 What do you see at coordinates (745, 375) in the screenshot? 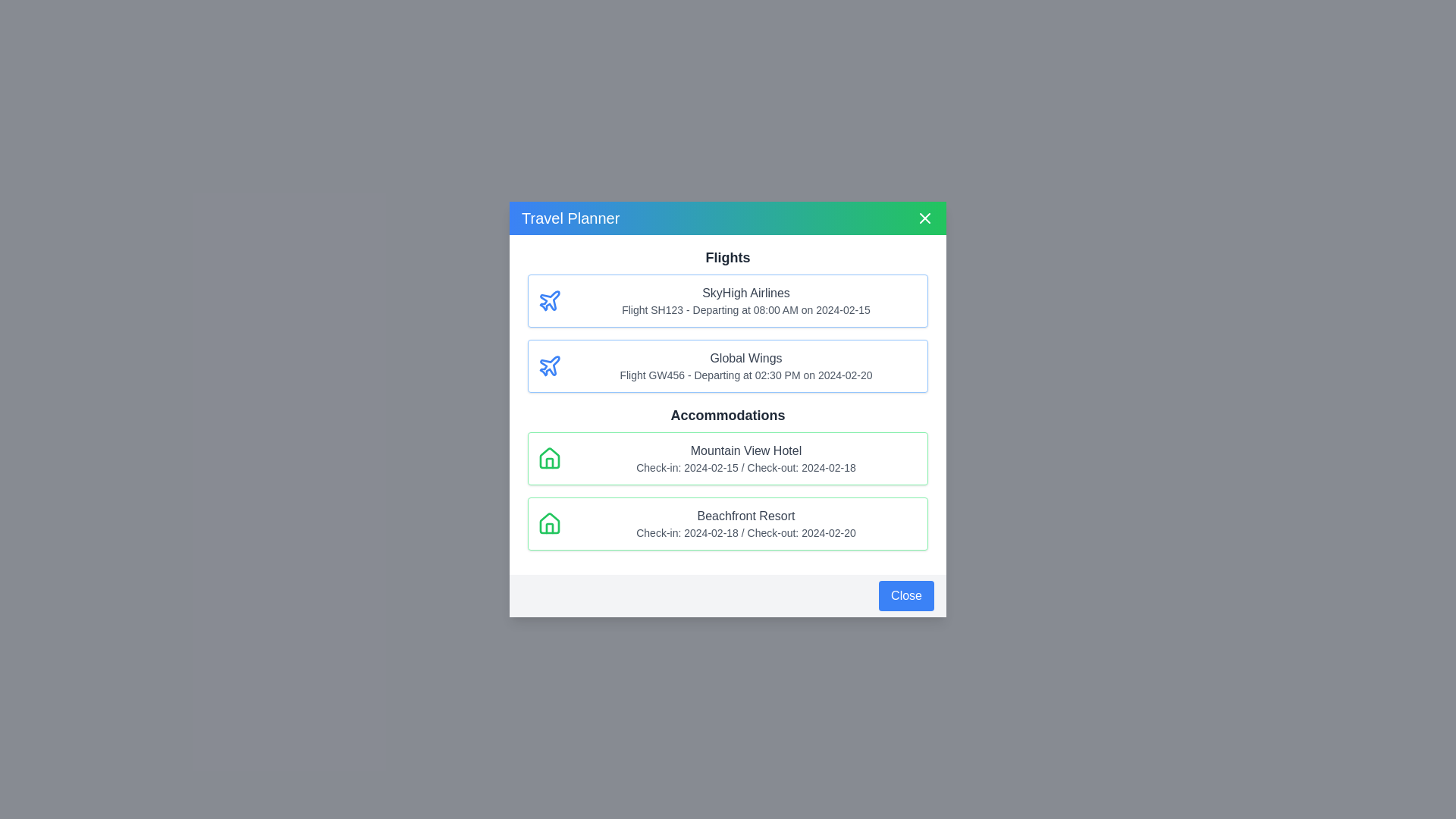
I see `flight details from the Text Label located below the title 'Global Wings' in the 'Flights' section of the travel planner interface` at bounding box center [745, 375].